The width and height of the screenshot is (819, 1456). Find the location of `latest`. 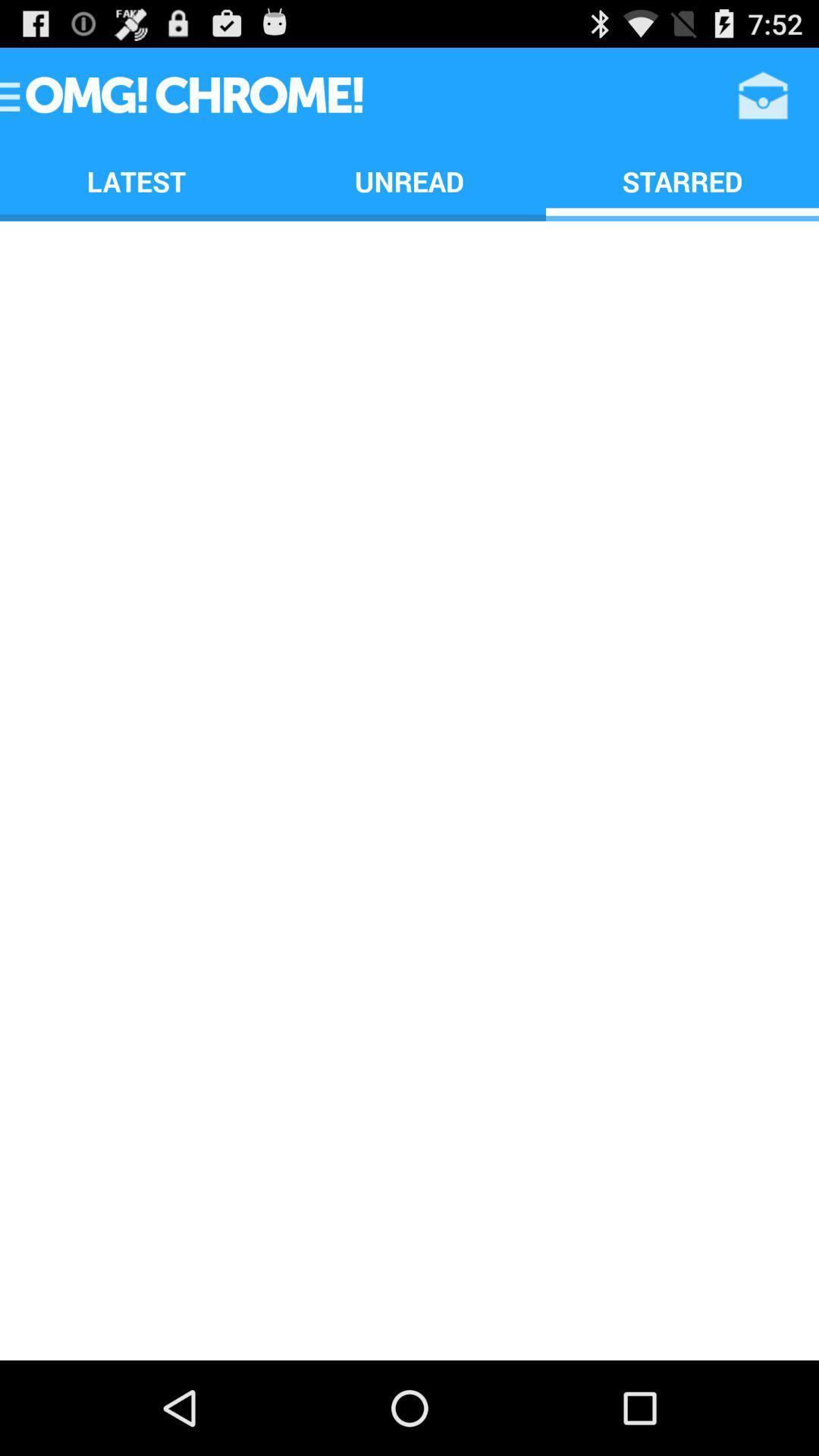

latest is located at coordinates (136, 181).